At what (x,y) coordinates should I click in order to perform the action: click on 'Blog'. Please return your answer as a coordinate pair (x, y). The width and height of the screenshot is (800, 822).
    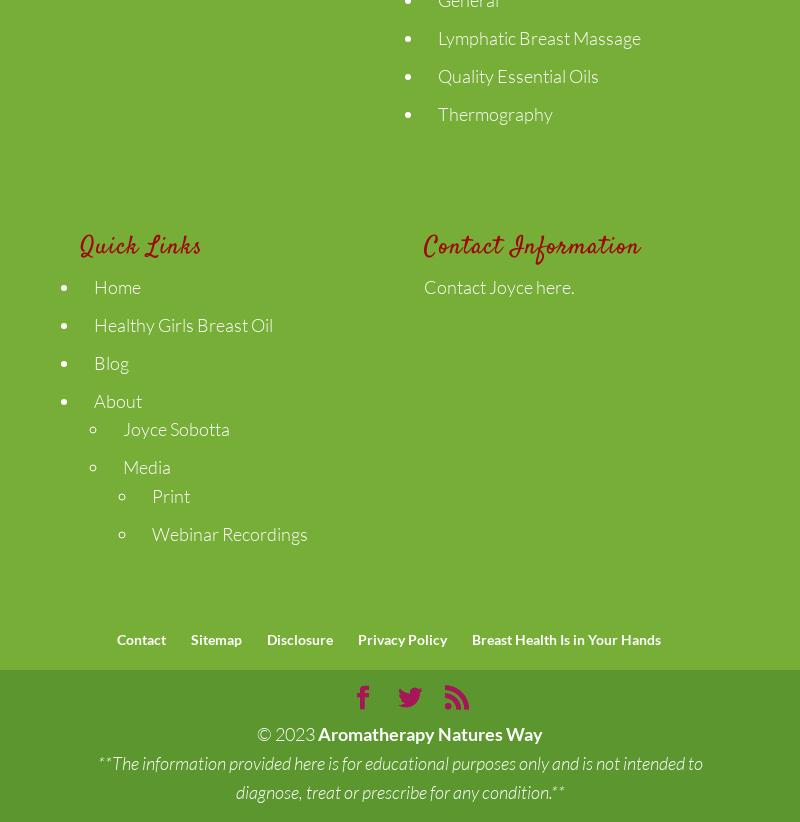
    Looking at the image, I should click on (110, 361).